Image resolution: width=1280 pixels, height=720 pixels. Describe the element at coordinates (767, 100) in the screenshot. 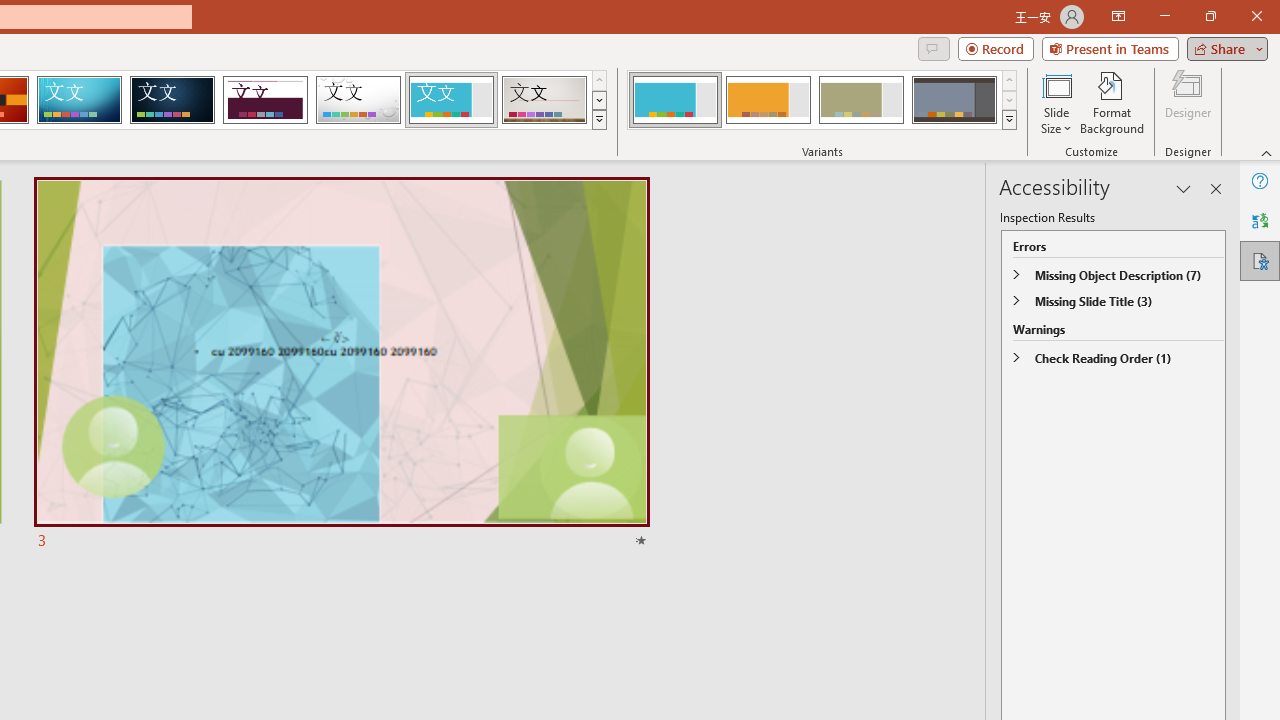

I see `'Frame Variant 2'` at that location.